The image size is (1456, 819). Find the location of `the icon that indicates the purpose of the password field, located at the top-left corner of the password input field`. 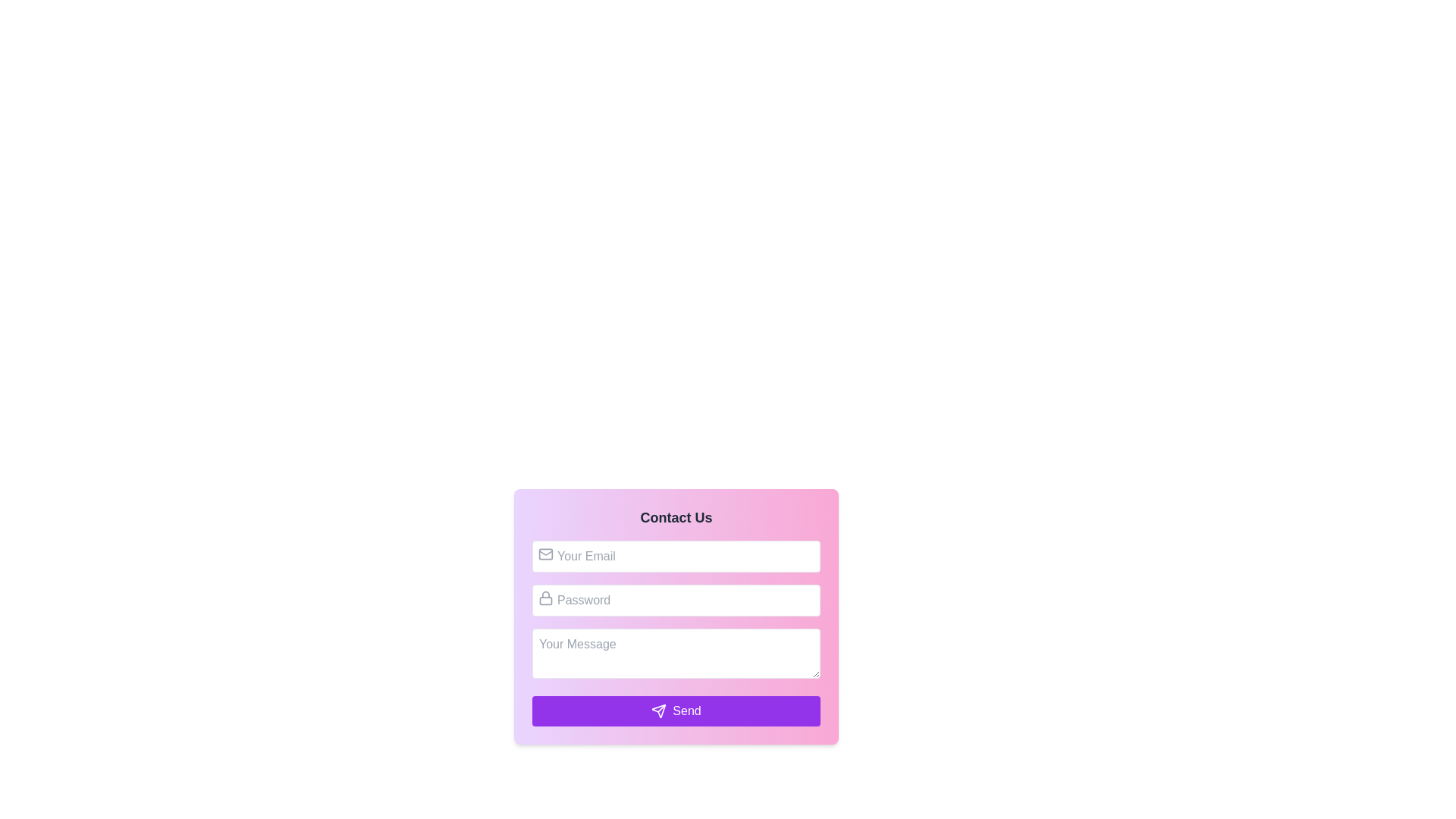

the icon that indicates the purpose of the password field, located at the top-left corner of the password input field is located at coordinates (546, 598).